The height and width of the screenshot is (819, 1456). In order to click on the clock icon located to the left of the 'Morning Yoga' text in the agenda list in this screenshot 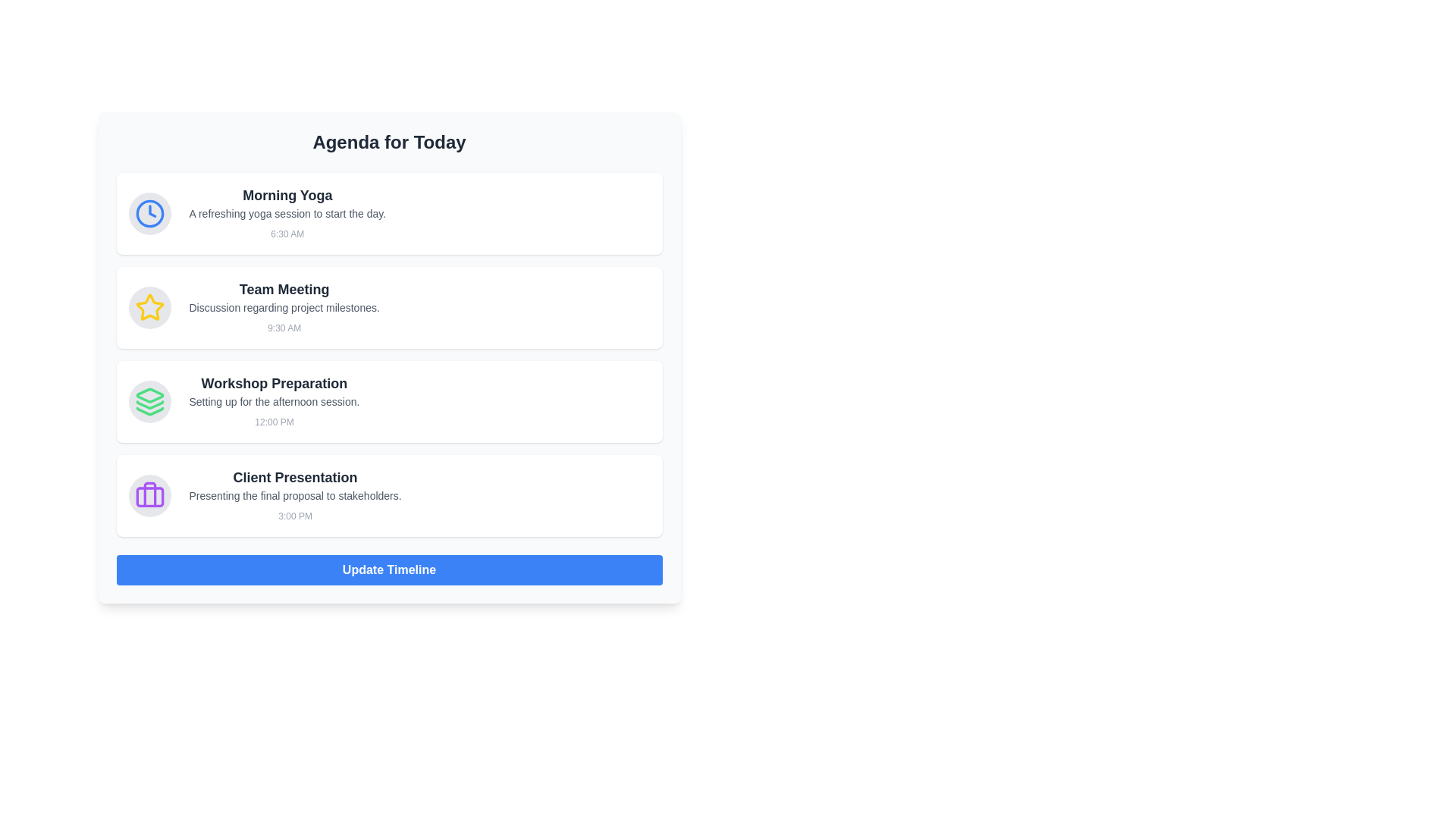, I will do `click(149, 213)`.